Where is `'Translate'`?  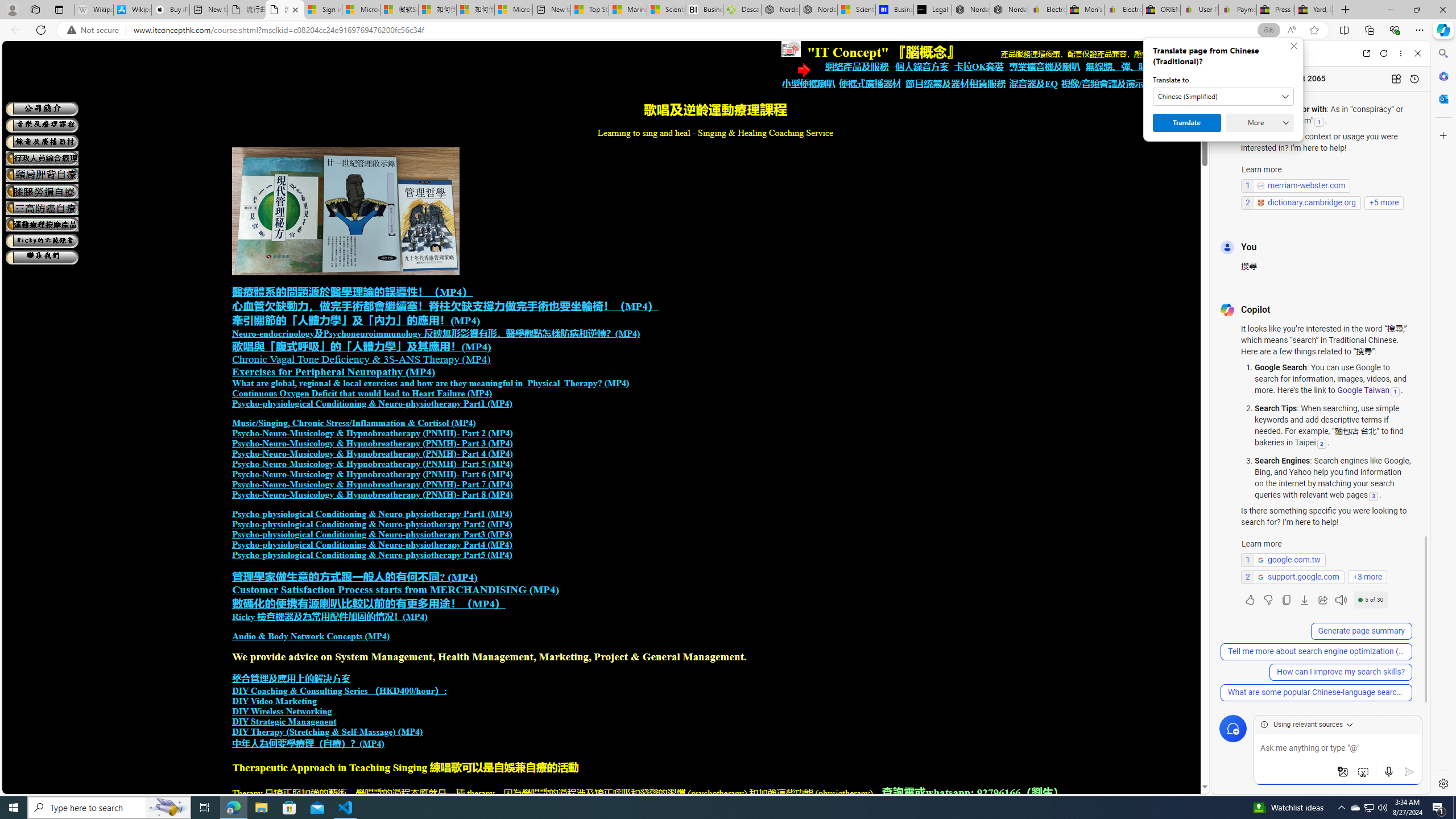 'Translate' is located at coordinates (1187, 122).